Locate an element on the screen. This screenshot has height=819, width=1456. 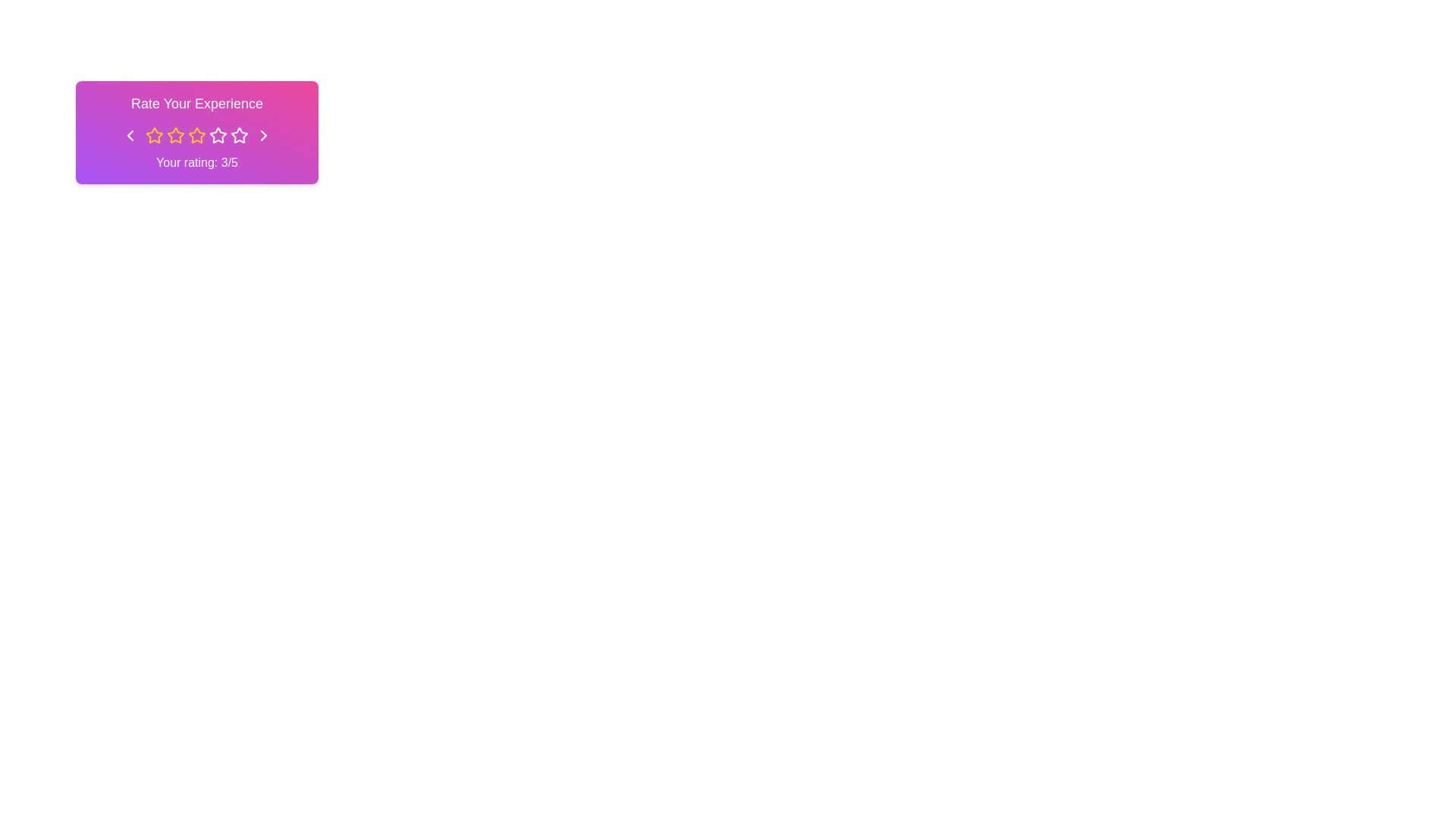
the right-facing chevron arrow button located in the top-right corner of the rating section to proceed to the next page is located at coordinates (263, 134).